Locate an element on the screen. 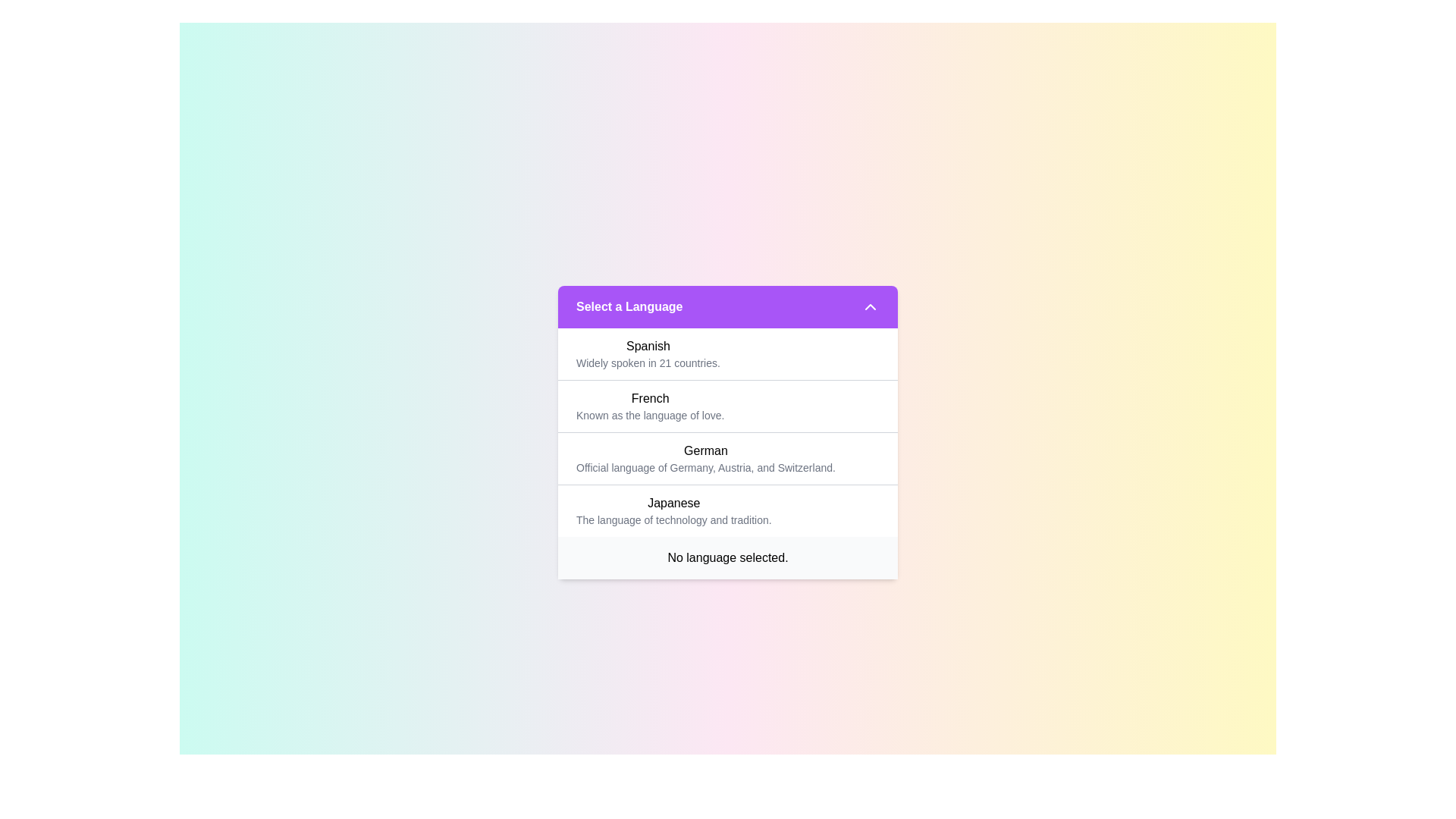 The height and width of the screenshot is (819, 1456). the text label reading 'Known as the language of love.' which is styled in gray and located below the bolded title 'French' in the dropdown menu is located at coordinates (650, 415).